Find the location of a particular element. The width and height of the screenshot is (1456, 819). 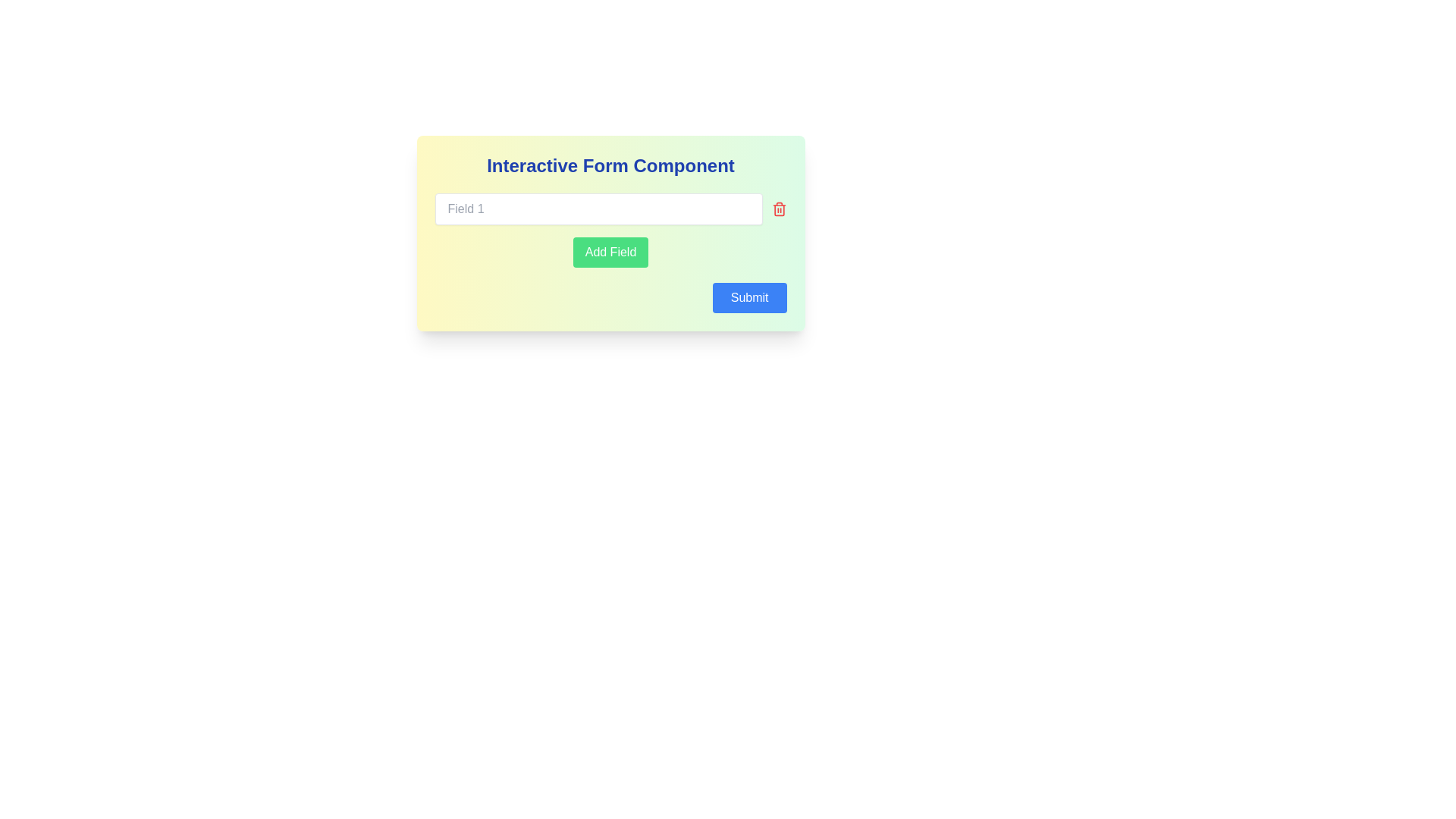

the Text Heading element, which serves as the title for the form, providing context for the interface is located at coordinates (610, 166).